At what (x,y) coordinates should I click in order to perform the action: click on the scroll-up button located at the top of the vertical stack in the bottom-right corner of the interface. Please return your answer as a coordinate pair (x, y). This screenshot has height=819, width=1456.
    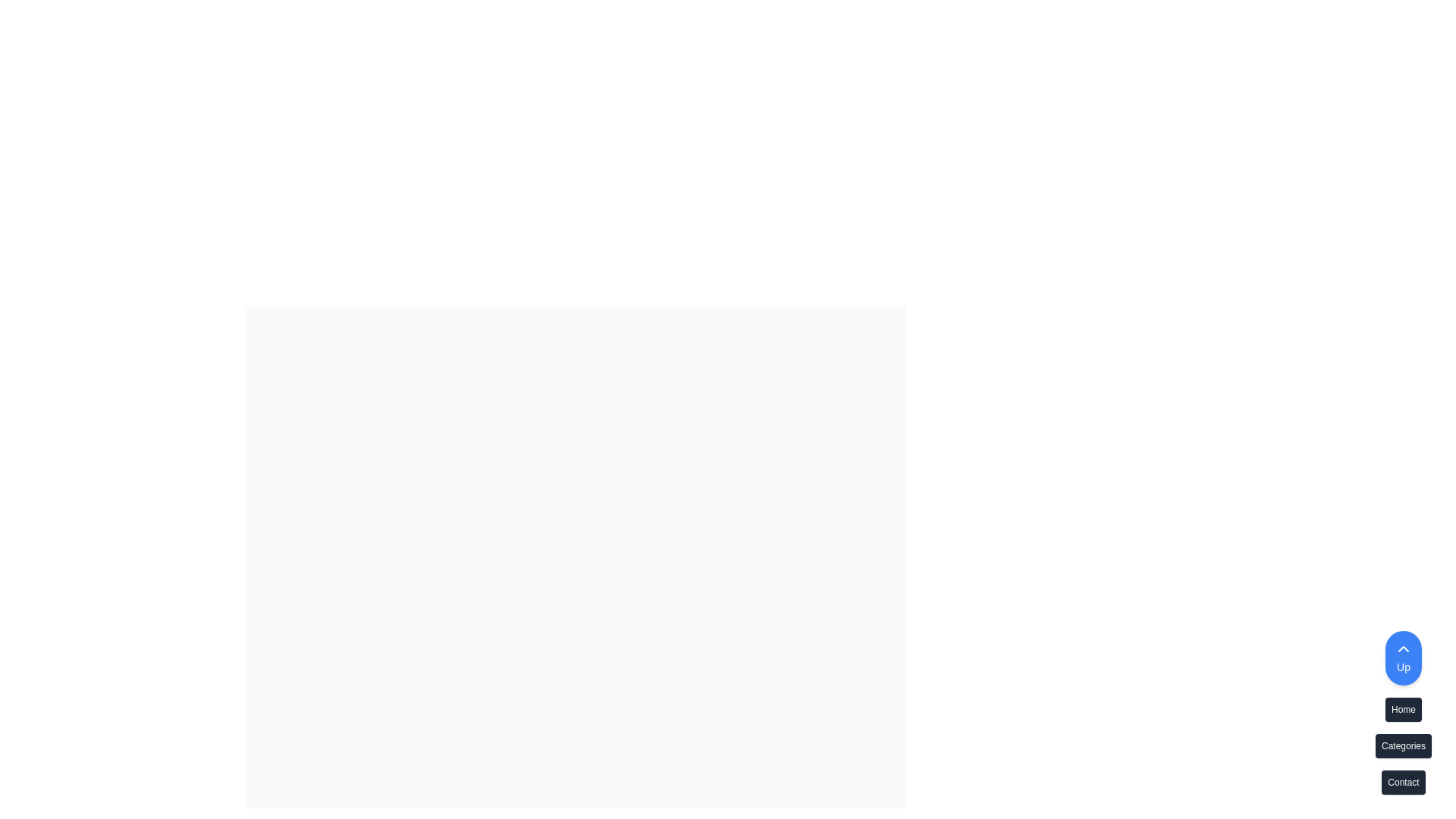
    Looking at the image, I should click on (1403, 657).